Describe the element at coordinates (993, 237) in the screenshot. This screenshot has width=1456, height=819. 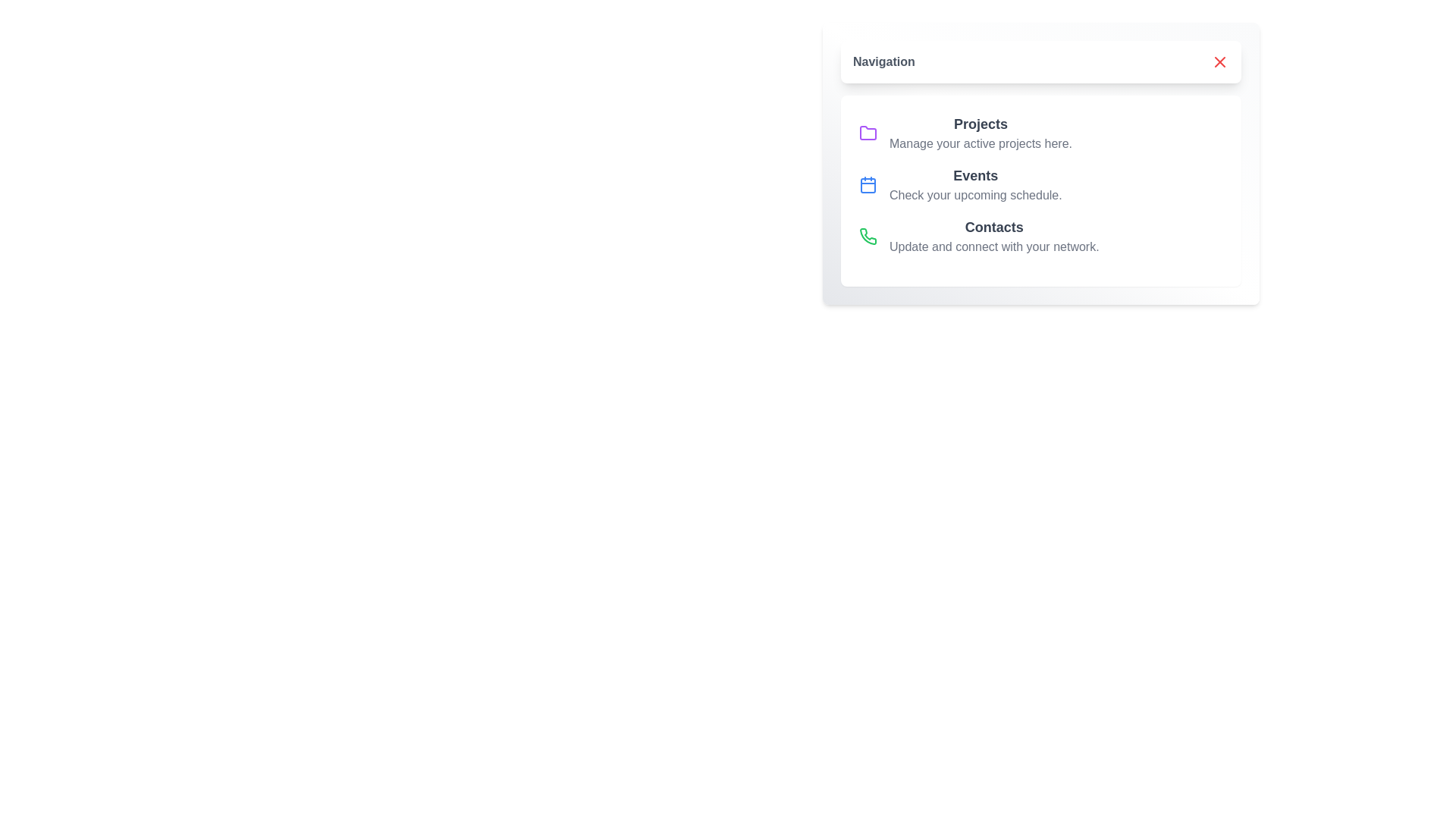
I see `the 'Contacts' menu item to view its content` at that location.